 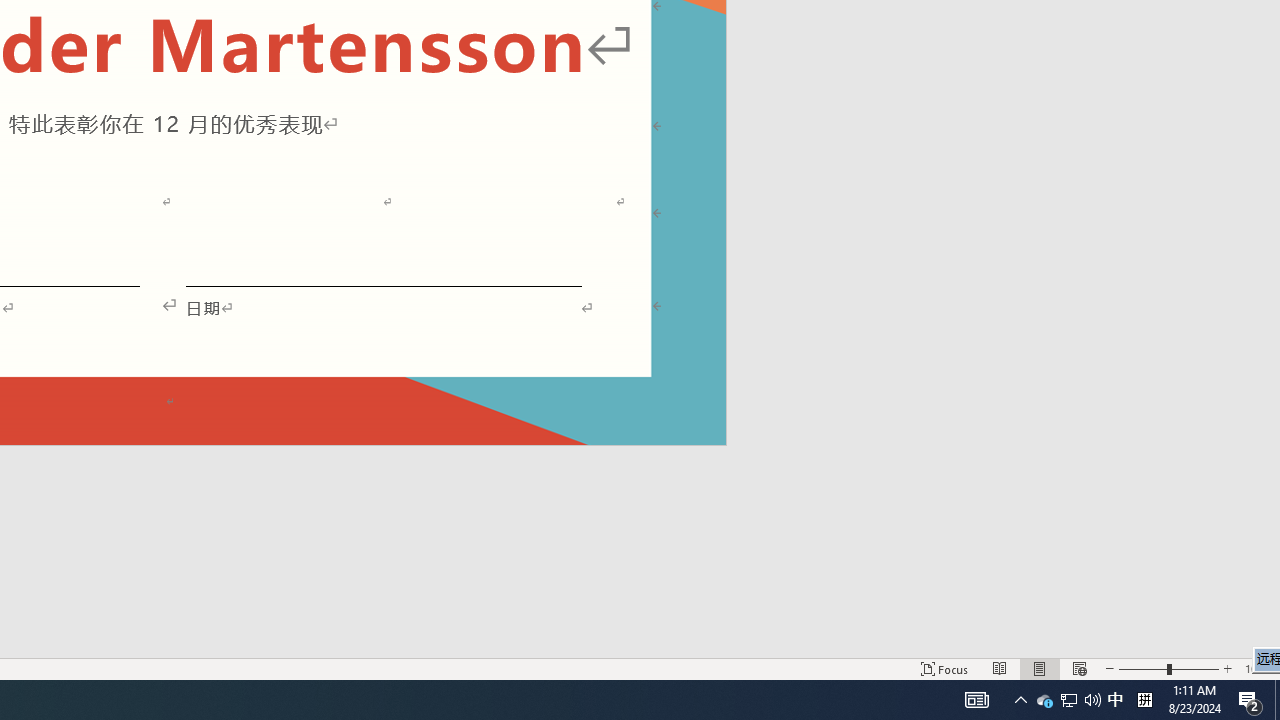 I want to click on 'Web Layout', so click(x=1078, y=669).